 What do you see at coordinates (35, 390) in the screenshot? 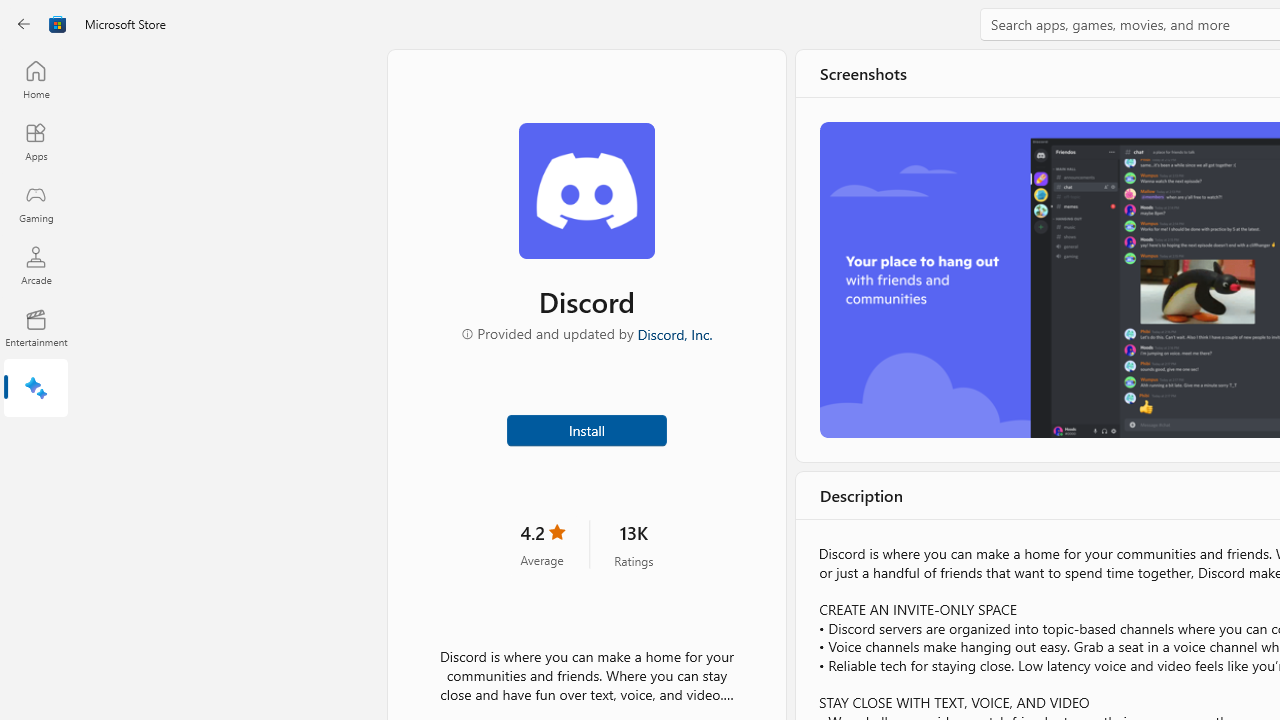
I see `'AI Hub'` at bounding box center [35, 390].